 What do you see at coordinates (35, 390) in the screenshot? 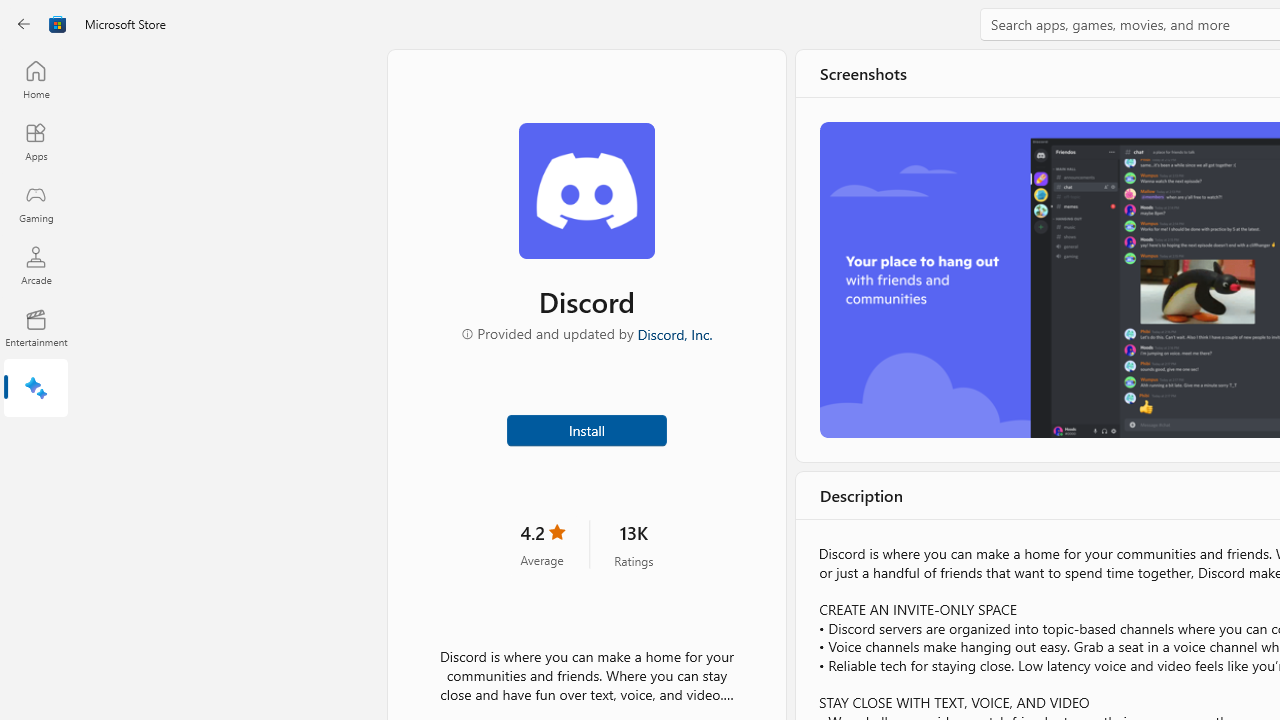
I see `'AI Hub'` at bounding box center [35, 390].